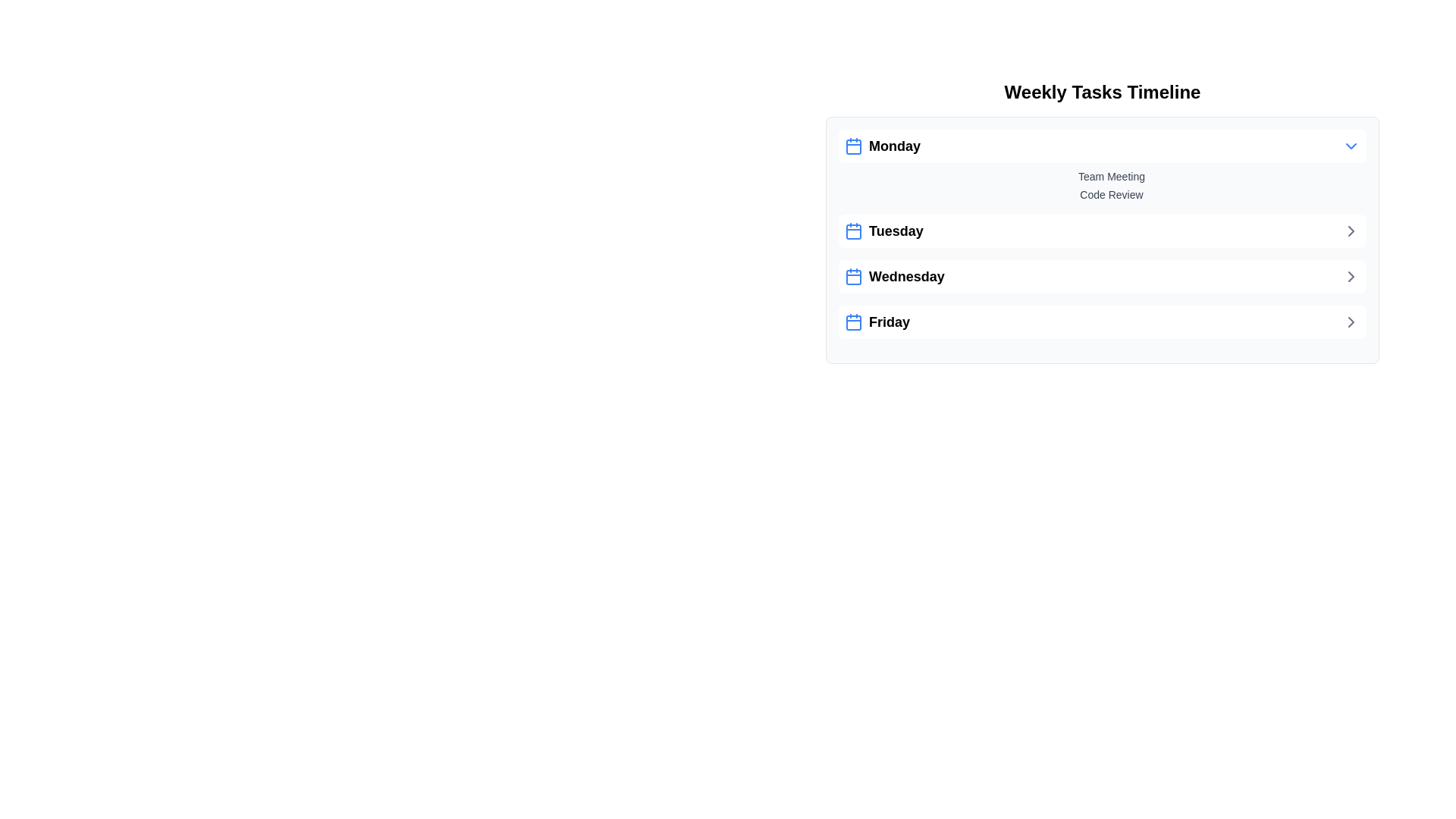 The image size is (1456, 819). I want to click on the calendar SVG icon with blue strokes located at the top-left of the 'Monday' list item in the weekly tasks timeline, so click(854, 146).